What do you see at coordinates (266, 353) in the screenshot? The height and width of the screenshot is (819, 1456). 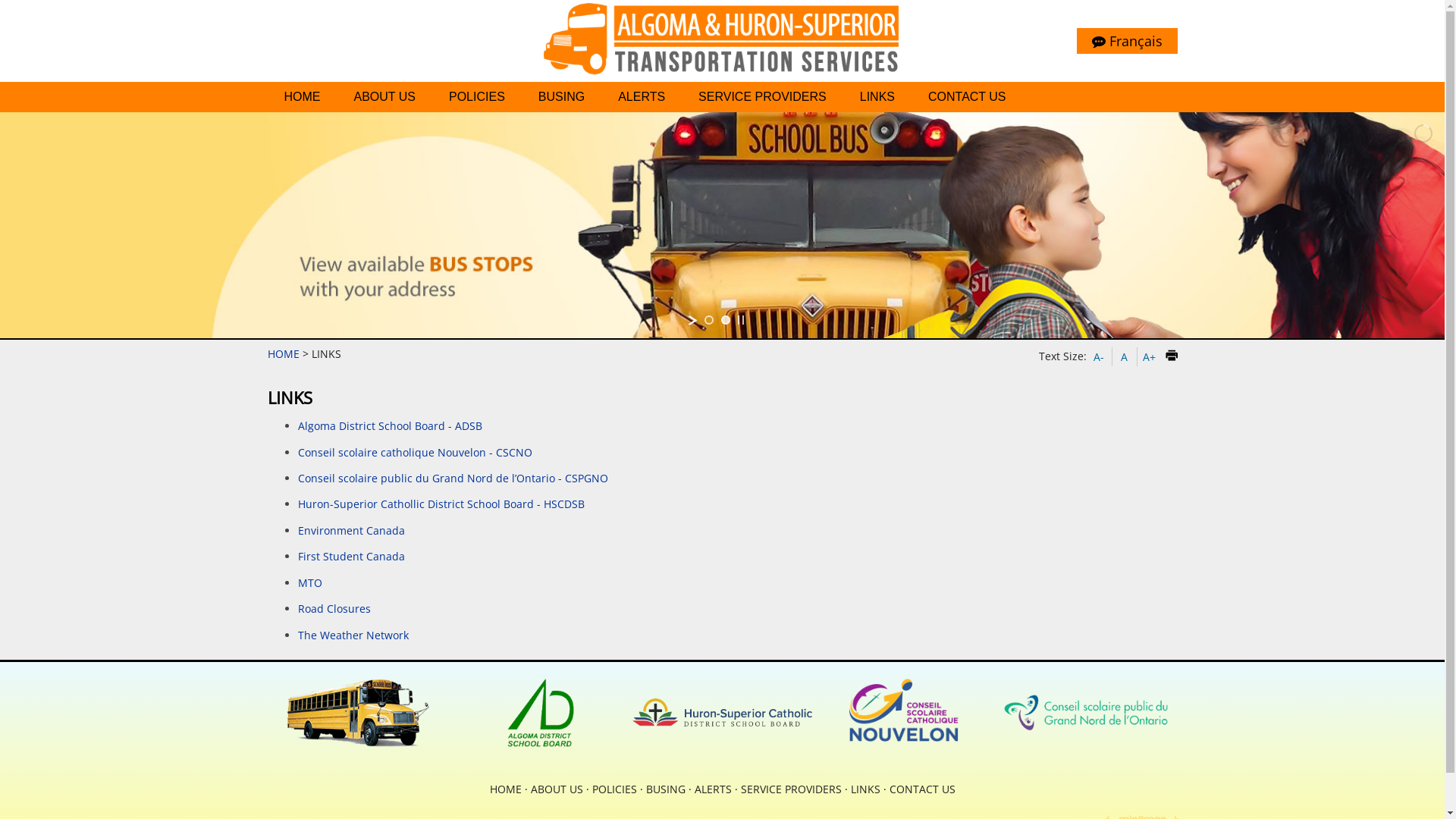 I see `'HOME'` at bounding box center [266, 353].